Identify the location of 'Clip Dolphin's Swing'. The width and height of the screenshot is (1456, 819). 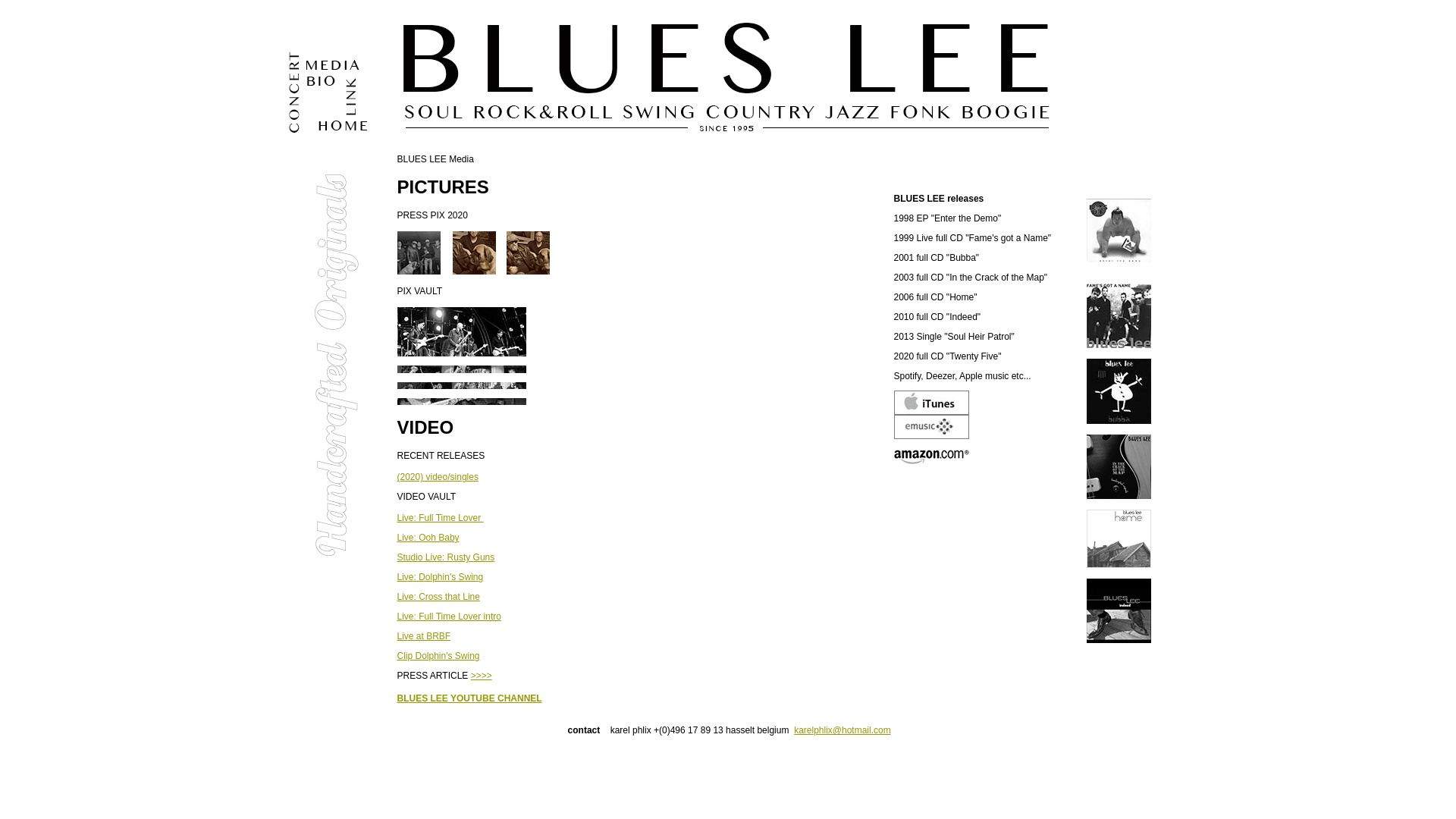
(438, 654).